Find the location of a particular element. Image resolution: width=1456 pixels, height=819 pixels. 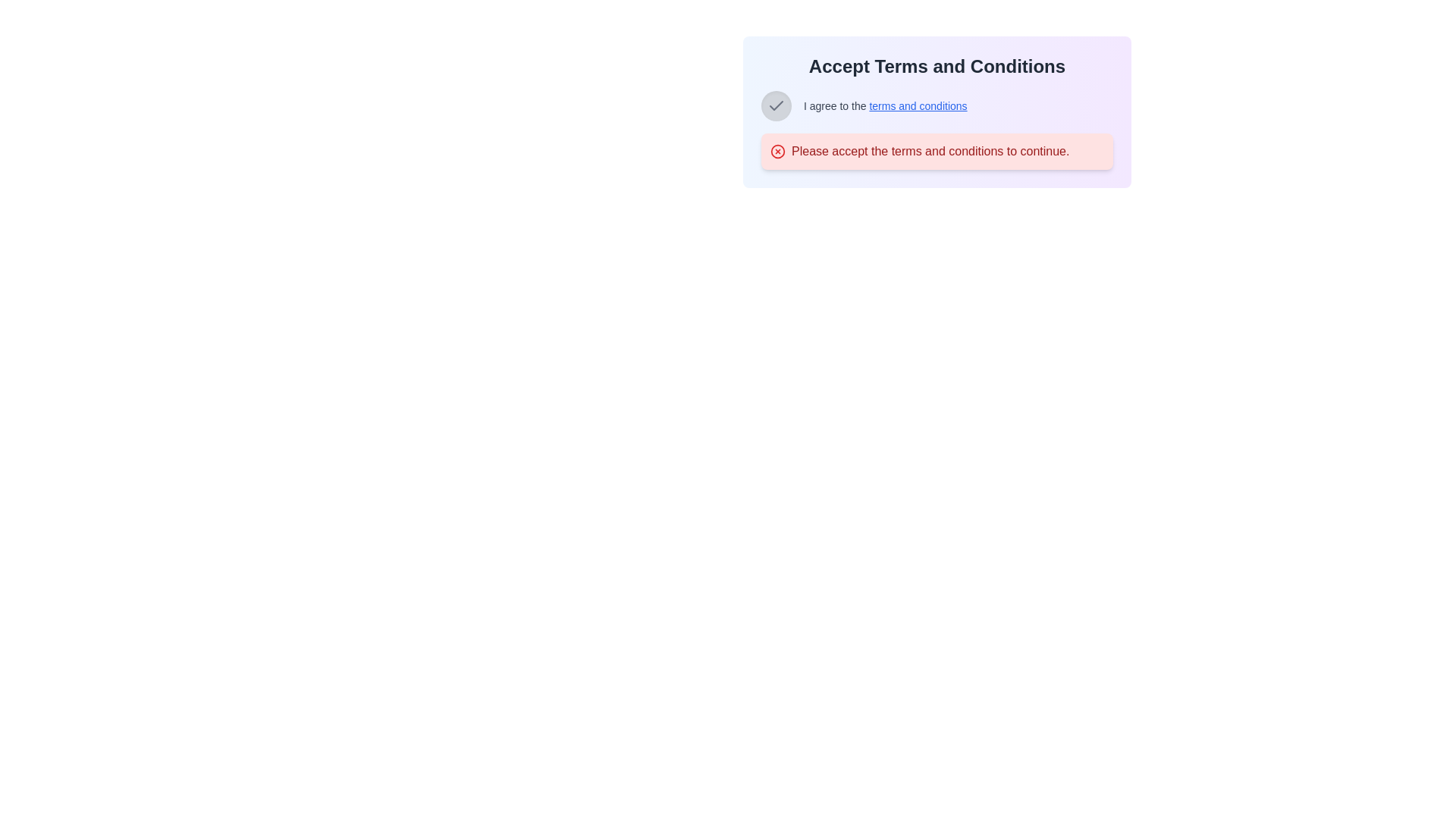

the red circular icon with a white cross symbol, positioned within a small red circular background, located to the left of an error message is located at coordinates (778, 152).